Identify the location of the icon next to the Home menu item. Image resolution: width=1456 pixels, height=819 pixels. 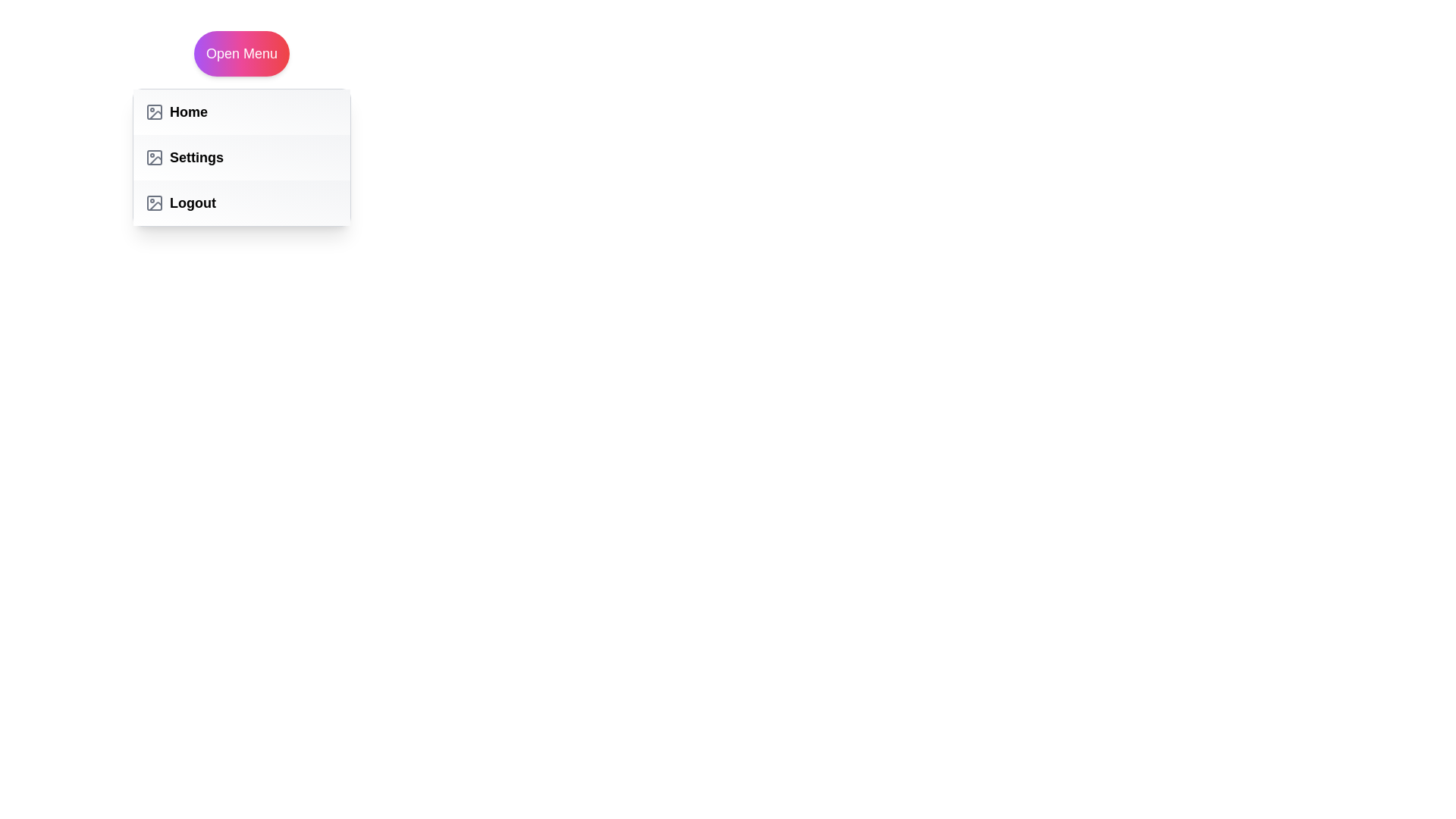
(154, 111).